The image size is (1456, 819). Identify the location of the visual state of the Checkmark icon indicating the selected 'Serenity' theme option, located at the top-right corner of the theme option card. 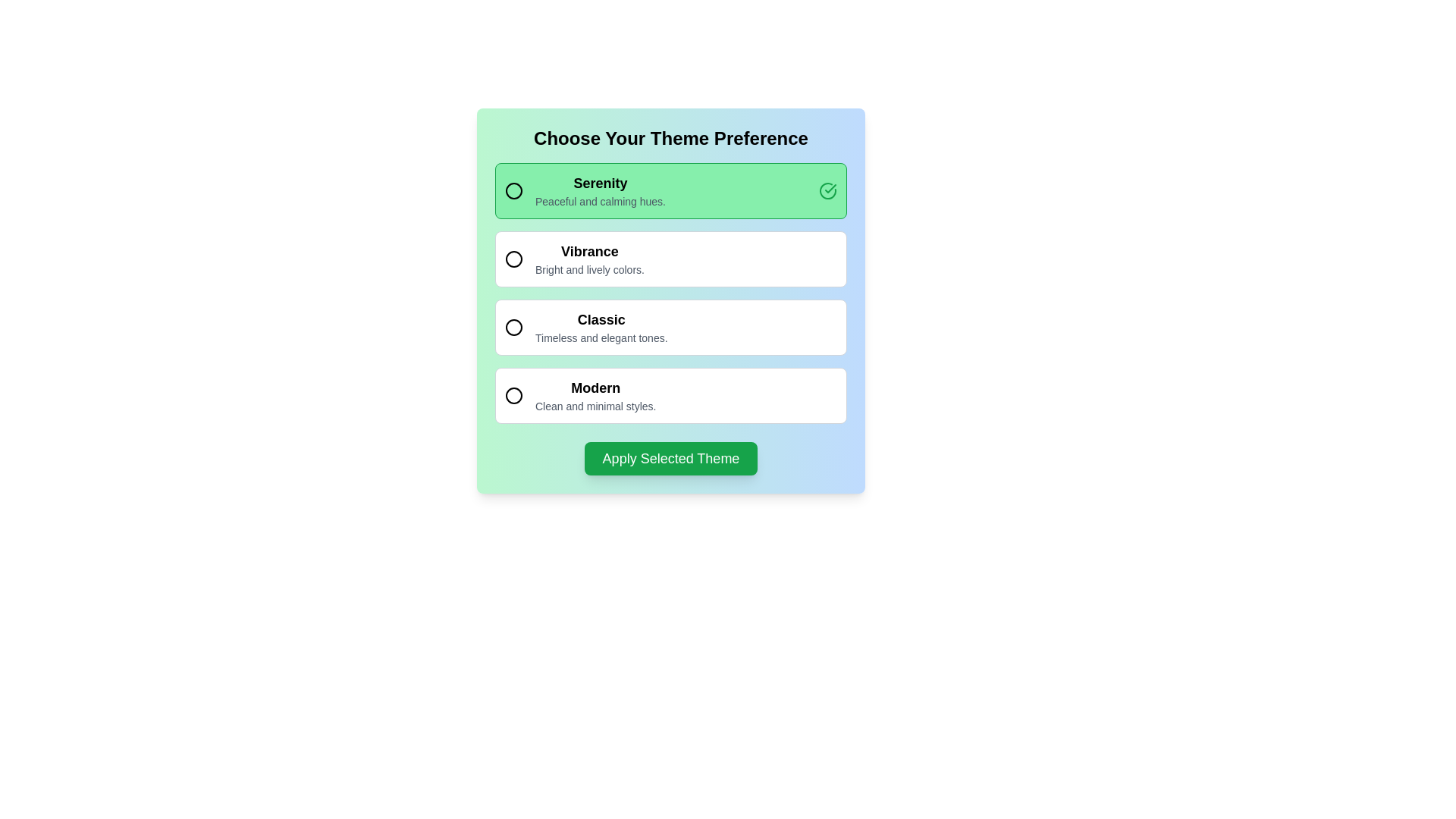
(827, 190).